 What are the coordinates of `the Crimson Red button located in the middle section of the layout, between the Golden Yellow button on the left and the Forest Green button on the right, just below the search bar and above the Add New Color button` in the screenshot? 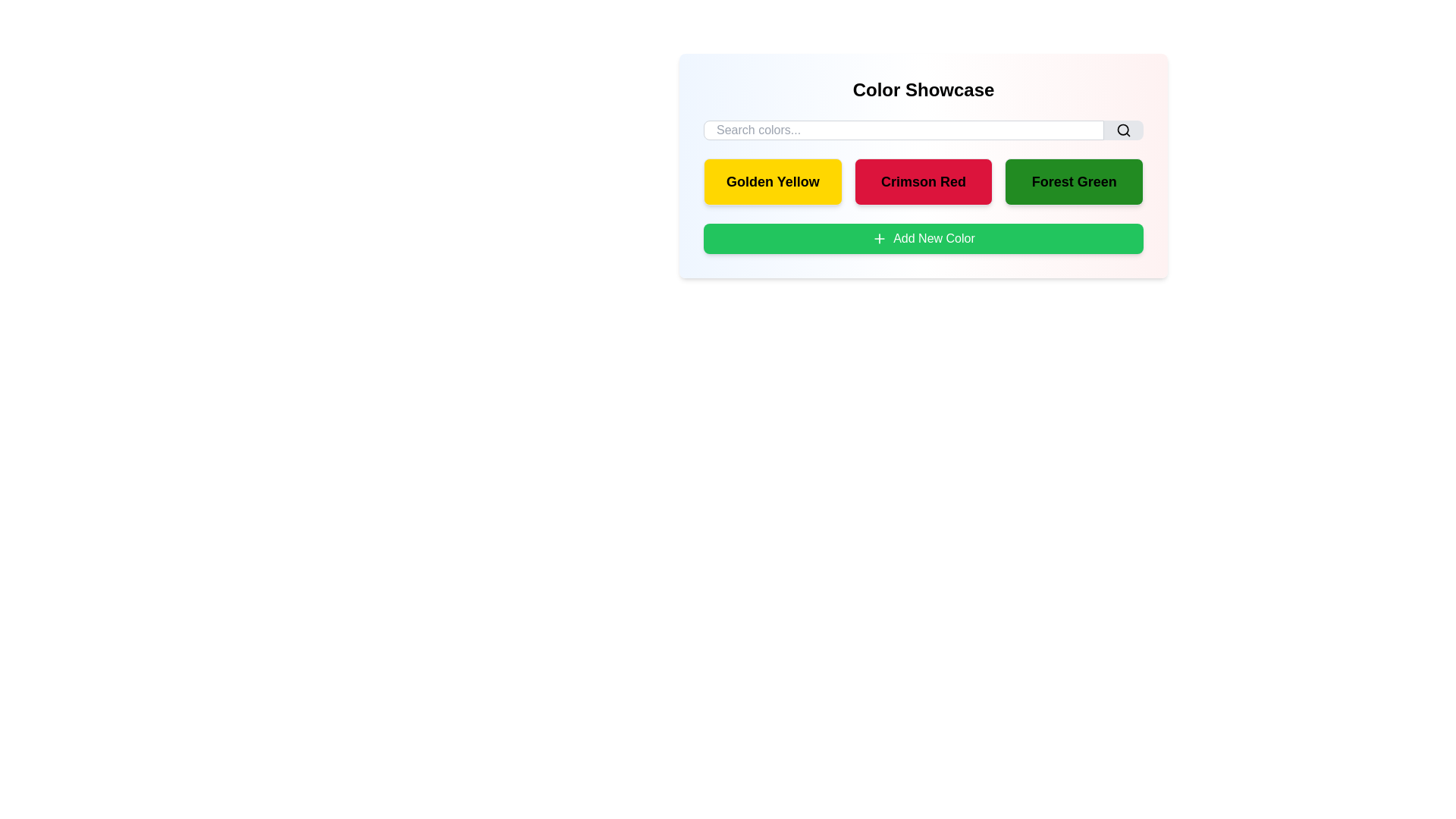 It's located at (923, 166).